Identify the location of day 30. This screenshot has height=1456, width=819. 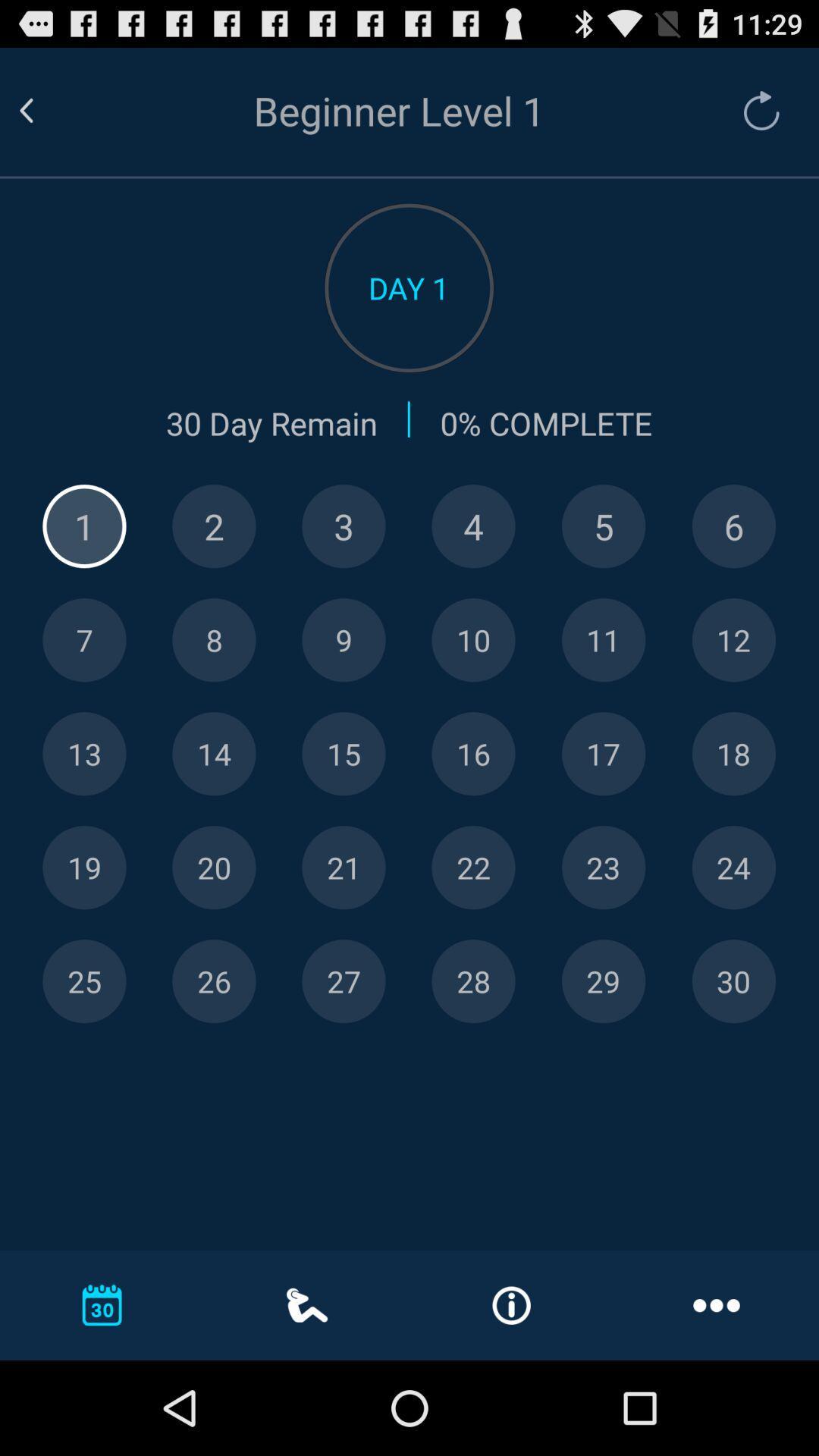
(733, 981).